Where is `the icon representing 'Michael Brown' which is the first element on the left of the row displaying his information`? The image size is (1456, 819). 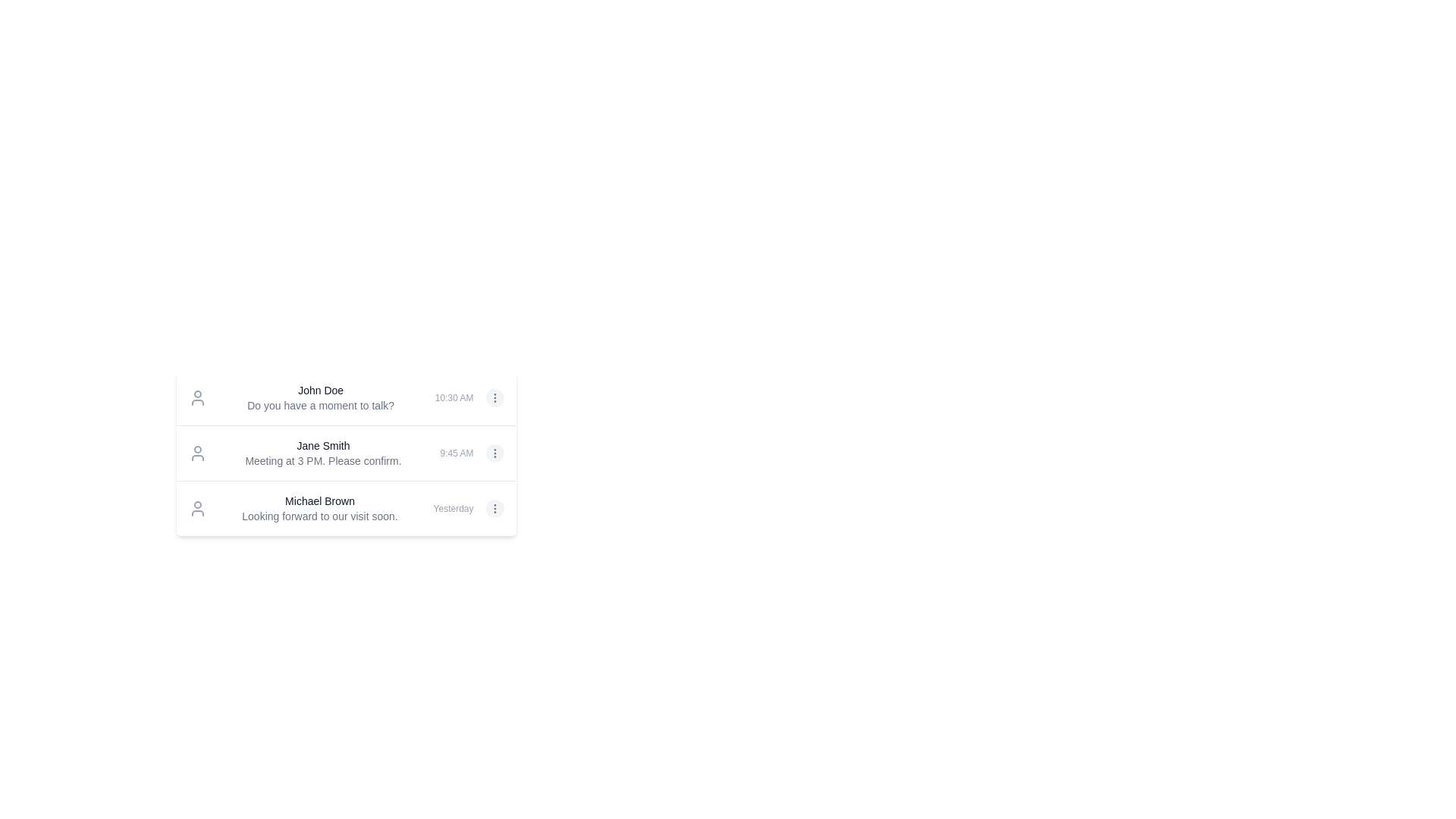 the icon representing 'Michael Brown' which is the first element on the left of the row displaying his information is located at coordinates (196, 509).